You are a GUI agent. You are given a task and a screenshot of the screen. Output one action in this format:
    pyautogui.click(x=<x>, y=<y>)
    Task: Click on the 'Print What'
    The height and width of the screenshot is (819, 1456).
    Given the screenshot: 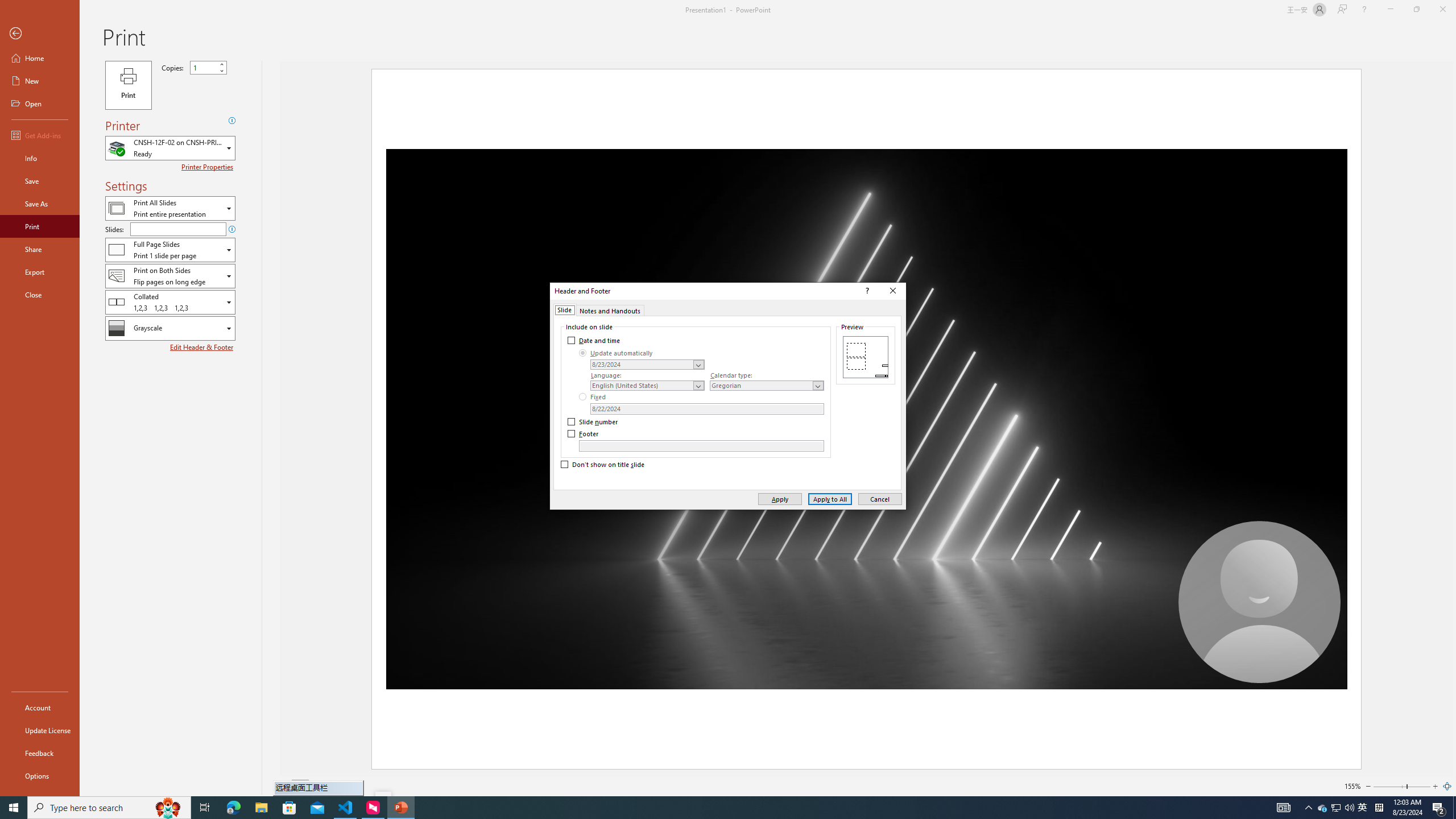 What is the action you would take?
    pyautogui.click(x=169, y=208)
    